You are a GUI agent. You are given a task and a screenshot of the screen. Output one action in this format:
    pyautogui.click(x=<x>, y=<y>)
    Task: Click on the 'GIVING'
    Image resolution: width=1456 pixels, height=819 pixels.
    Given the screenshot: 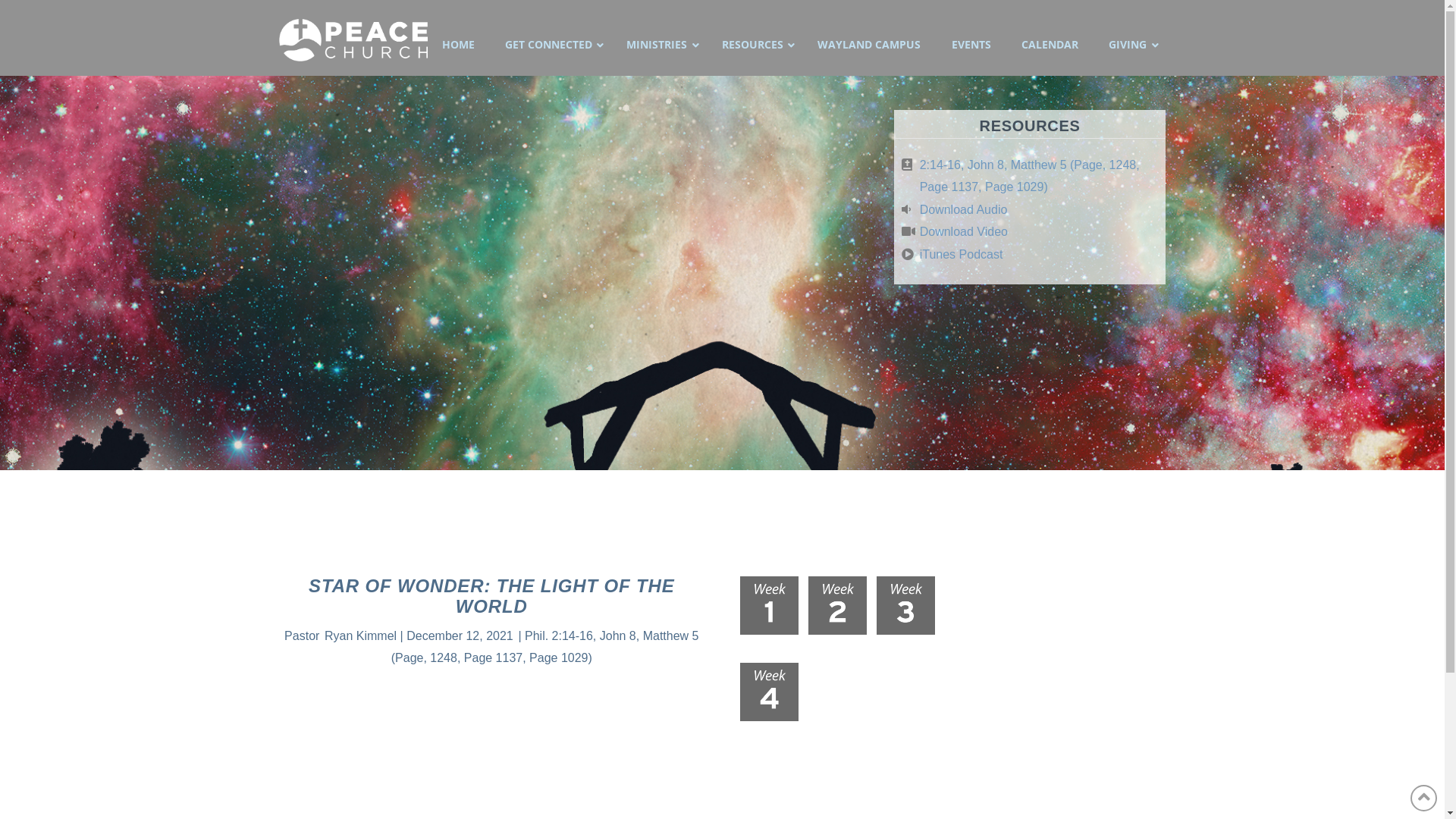 What is the action you would take?
    pyautogui.click(x=1129, y=43)
    